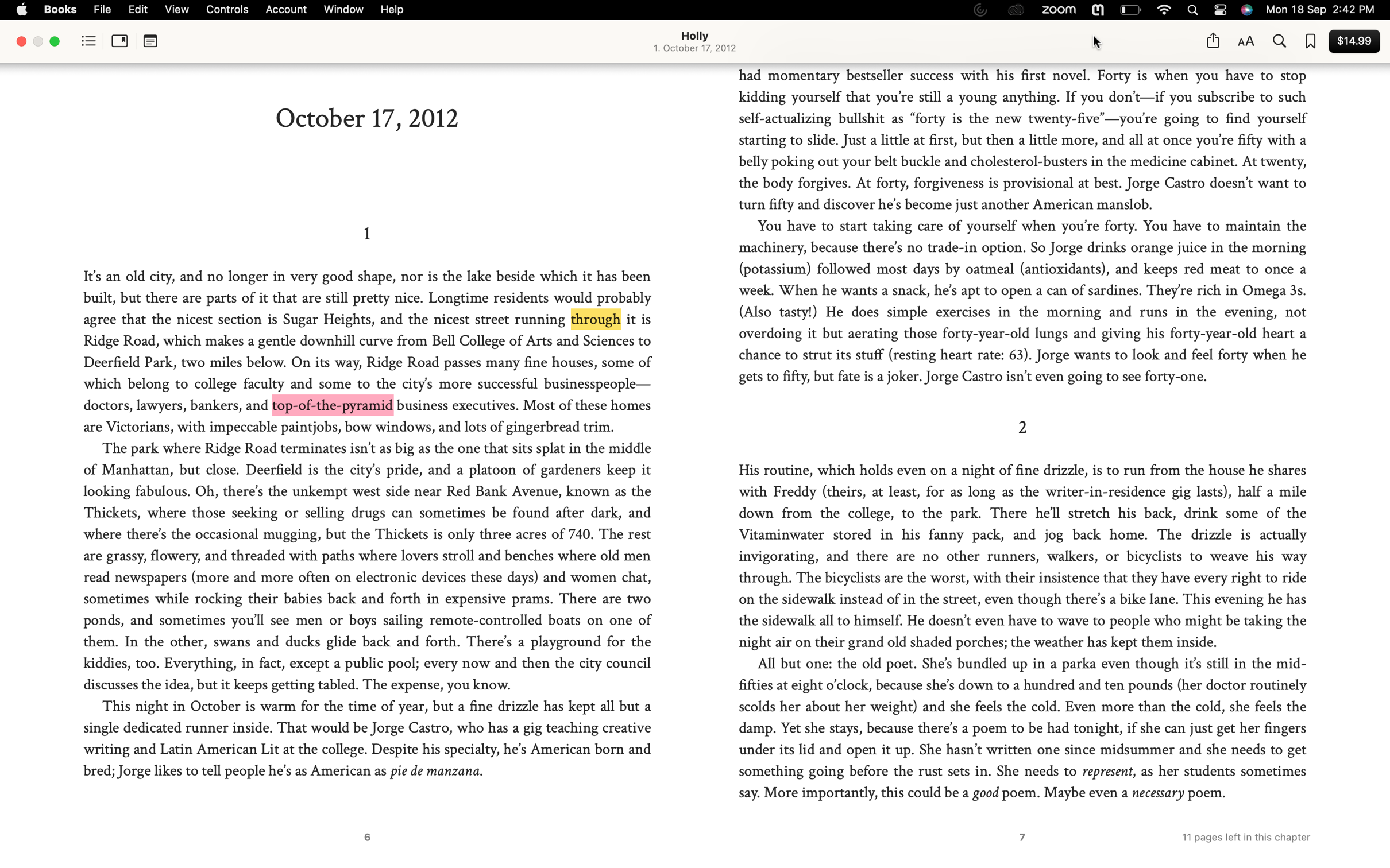 This screenshot has width=1390, height=868. Describe the element at coordinates (1311, 42) in the screenshot. I see `Add the current site to bookmarks and view entire bookmarked sites list` at that location.